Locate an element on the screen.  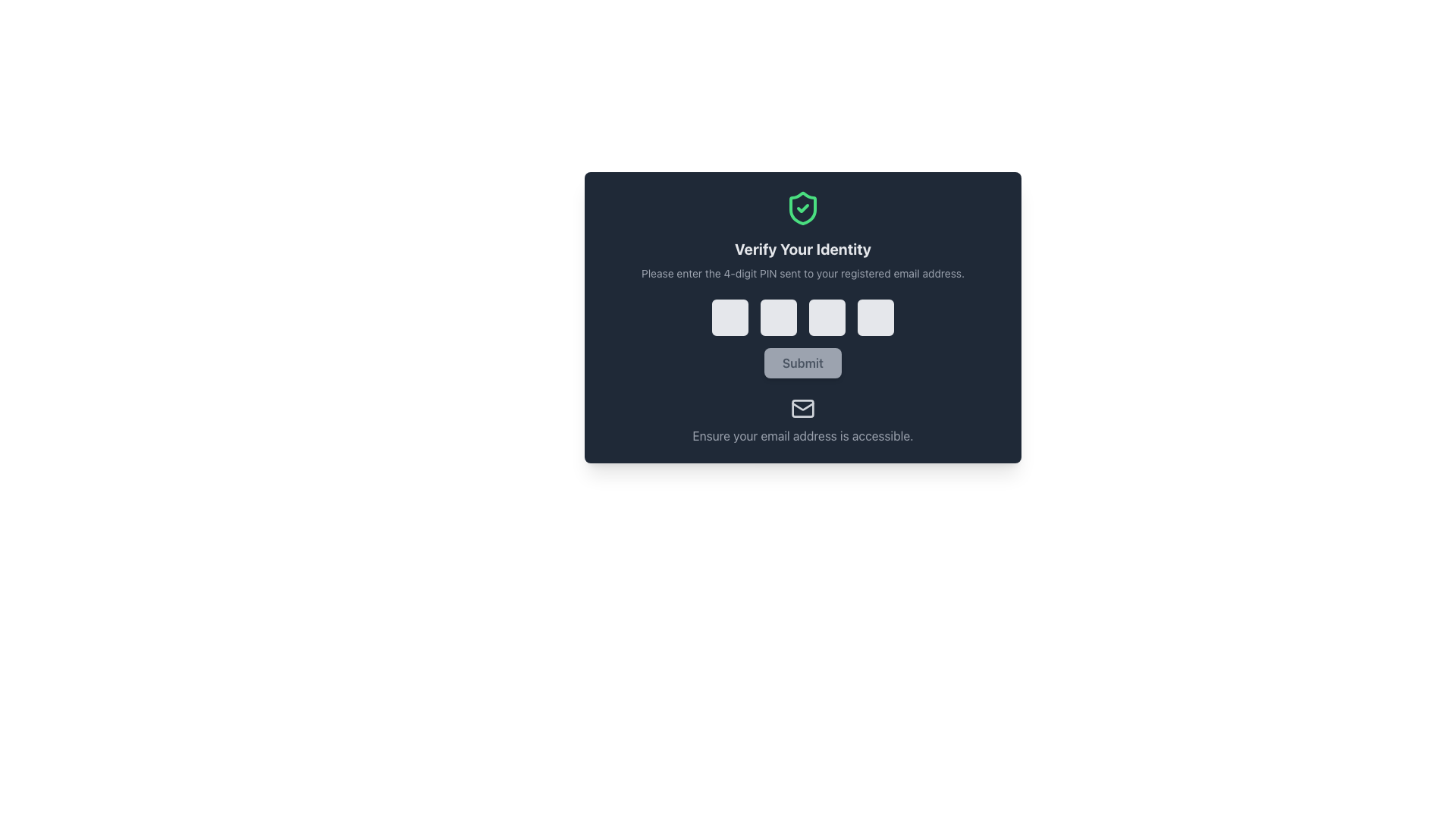
the static text paragraph that provides instructions for entering a PIN sent to the user's registered email address, located below the title 'Verify Your Identity.' is located at coordinates (802, 274).